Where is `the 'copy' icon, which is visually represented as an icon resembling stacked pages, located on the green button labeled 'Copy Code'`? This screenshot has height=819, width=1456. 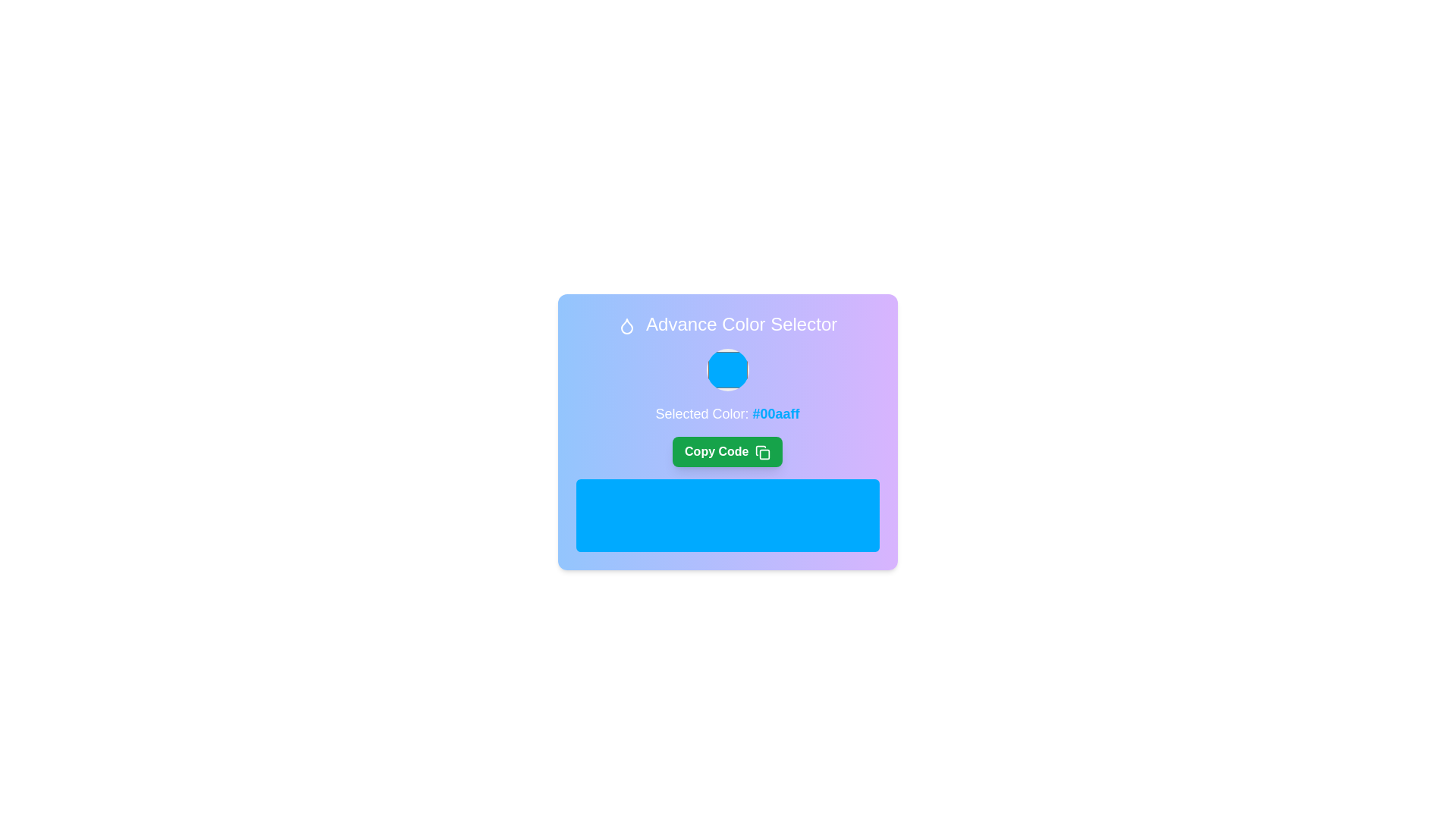
the 'copy' icon, which is visually represented as an icon resembling stacked pages, located on the green button labeled 'Copy Code' is located at coordinates (762, 451).